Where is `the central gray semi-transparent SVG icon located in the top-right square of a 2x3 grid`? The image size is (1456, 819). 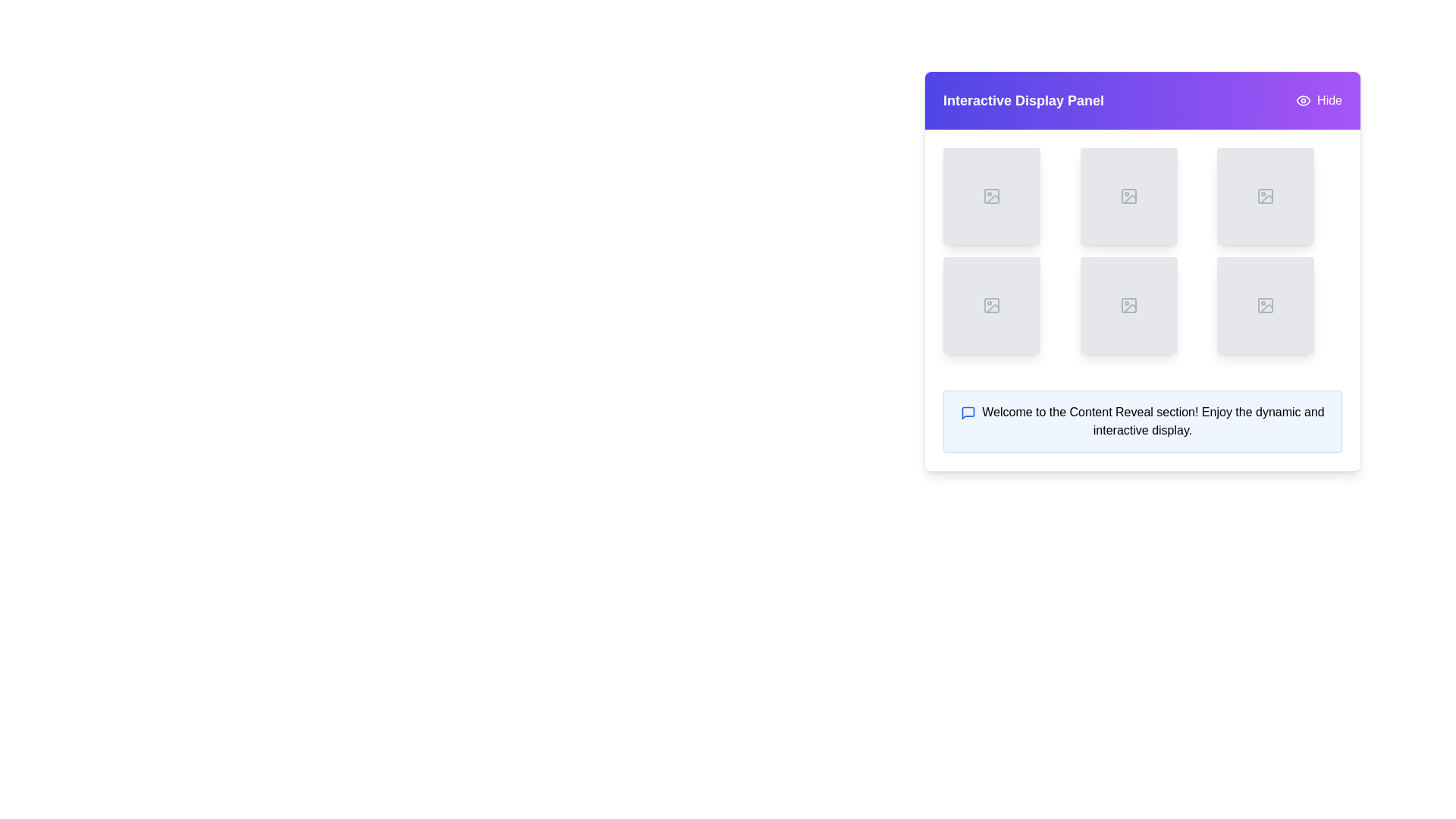
the central gray semi-transparent SVG icon located in the top-right square of a 2x3 grid is located at coordinates (1266, 195).